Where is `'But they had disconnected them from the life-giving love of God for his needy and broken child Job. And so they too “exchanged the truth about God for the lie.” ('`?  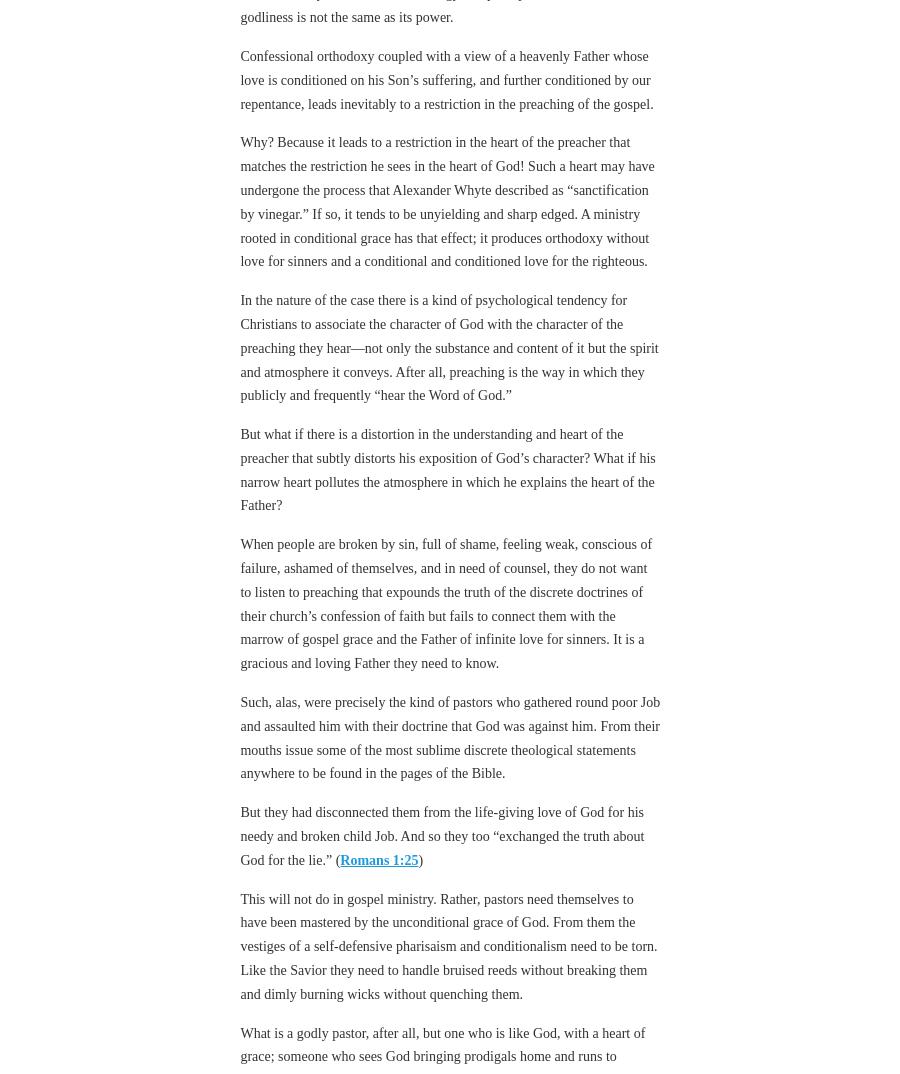
'But they had disconnected them from the life-giving love of God for his needy and broken child Job. And so they too “exchanged the truth about God for the lie.” (' is located at coordinates (441, 780).